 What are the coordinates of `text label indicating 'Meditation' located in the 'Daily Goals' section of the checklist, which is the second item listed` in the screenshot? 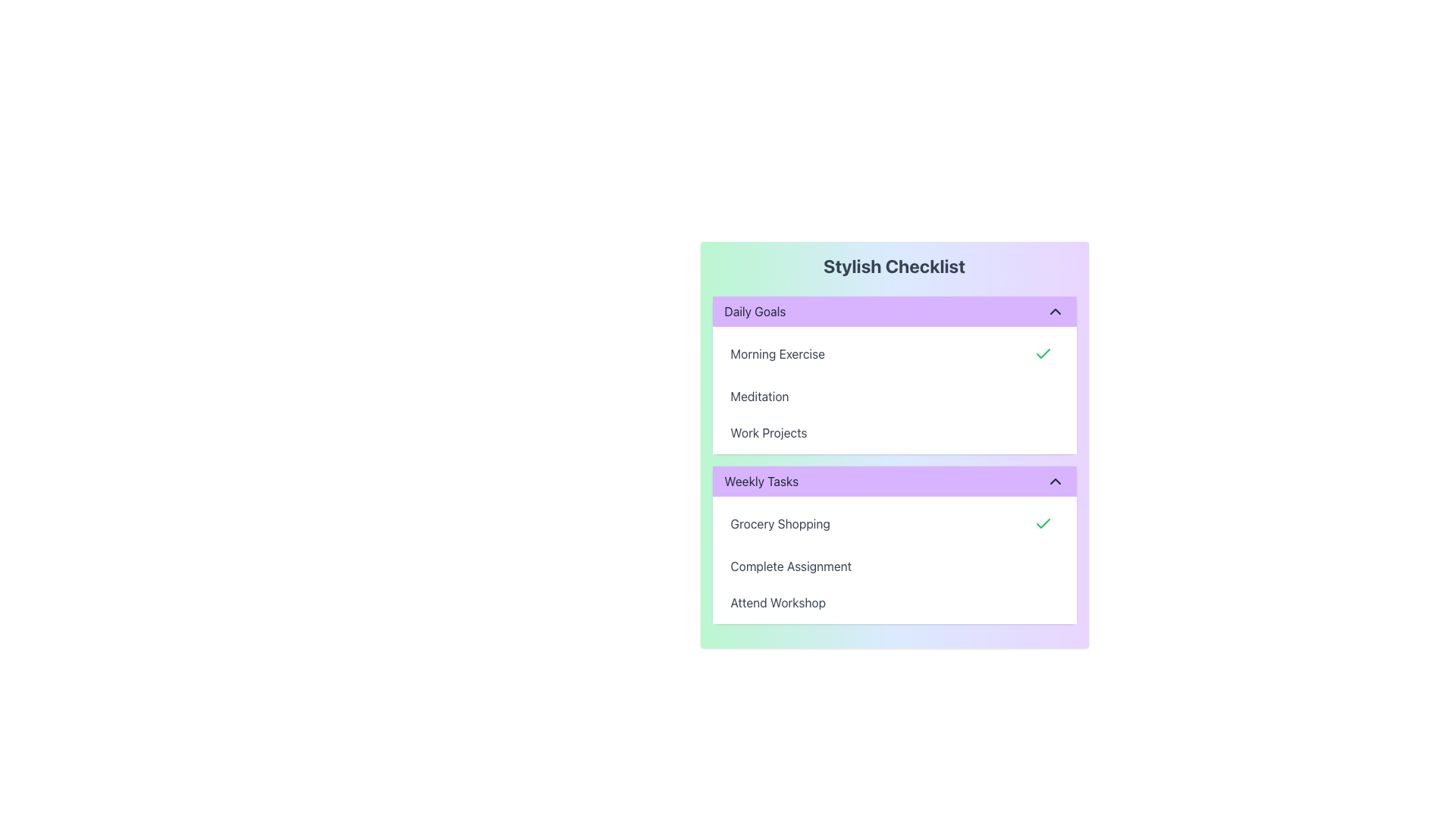 It's located at (760, 396).